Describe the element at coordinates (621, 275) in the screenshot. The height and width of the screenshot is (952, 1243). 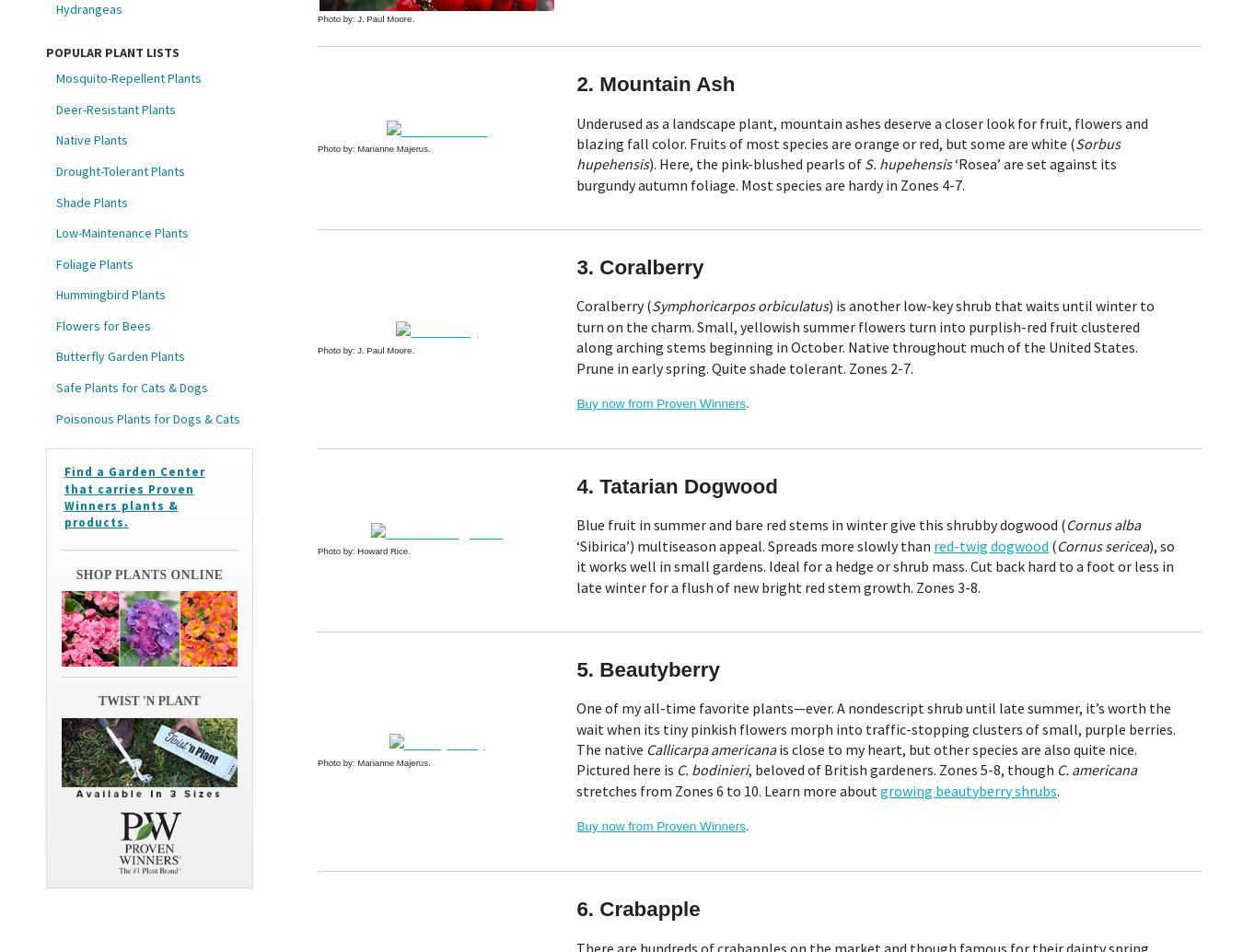
I see `'Get plant information, gardening solutions, design inspiration and more in our weekly newsletter.'` at that location.